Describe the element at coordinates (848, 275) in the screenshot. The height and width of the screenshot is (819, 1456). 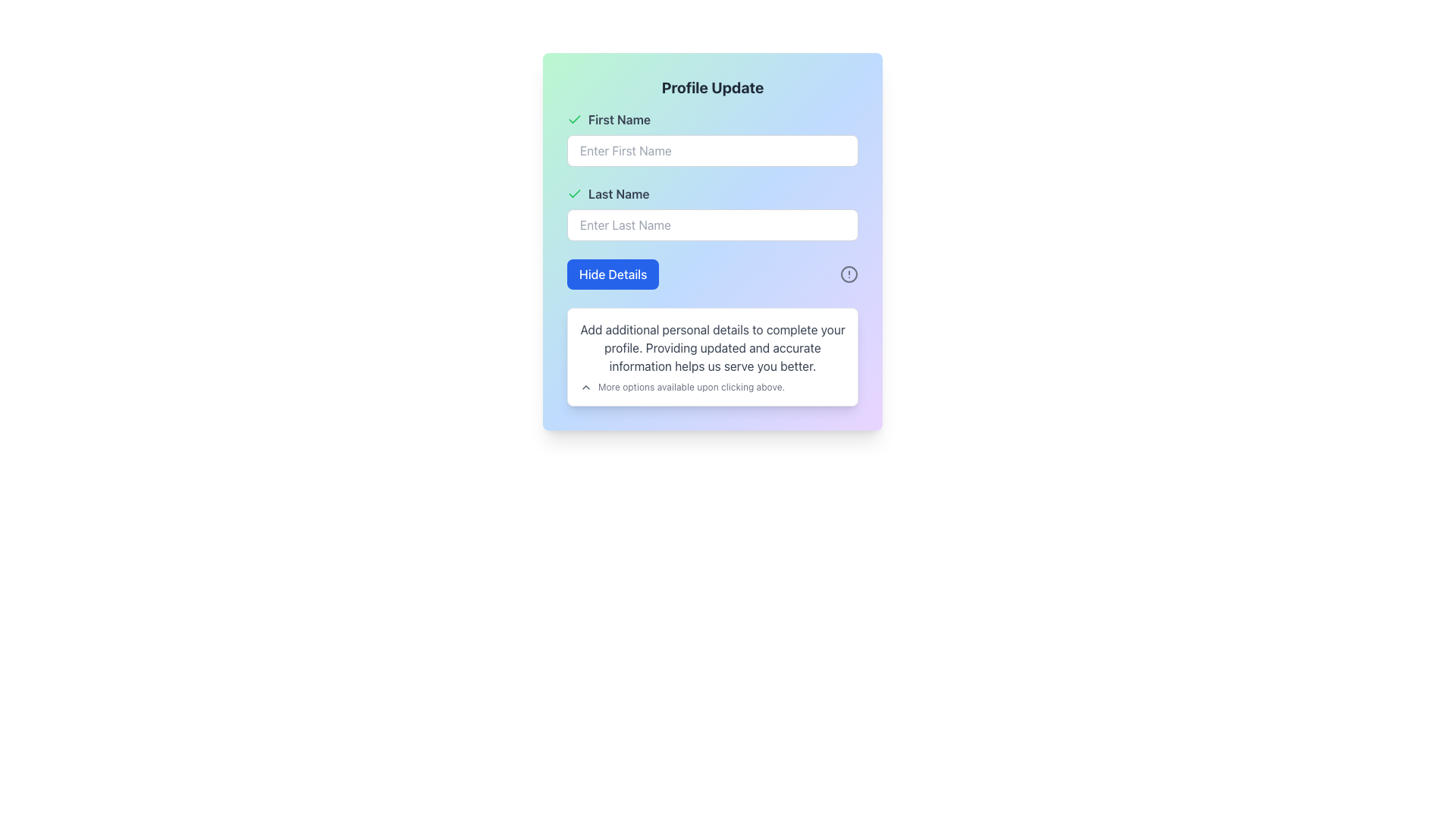
I see `the Icon component located near the 'Hide Details' button, which serves as a visual indicator` at that location.